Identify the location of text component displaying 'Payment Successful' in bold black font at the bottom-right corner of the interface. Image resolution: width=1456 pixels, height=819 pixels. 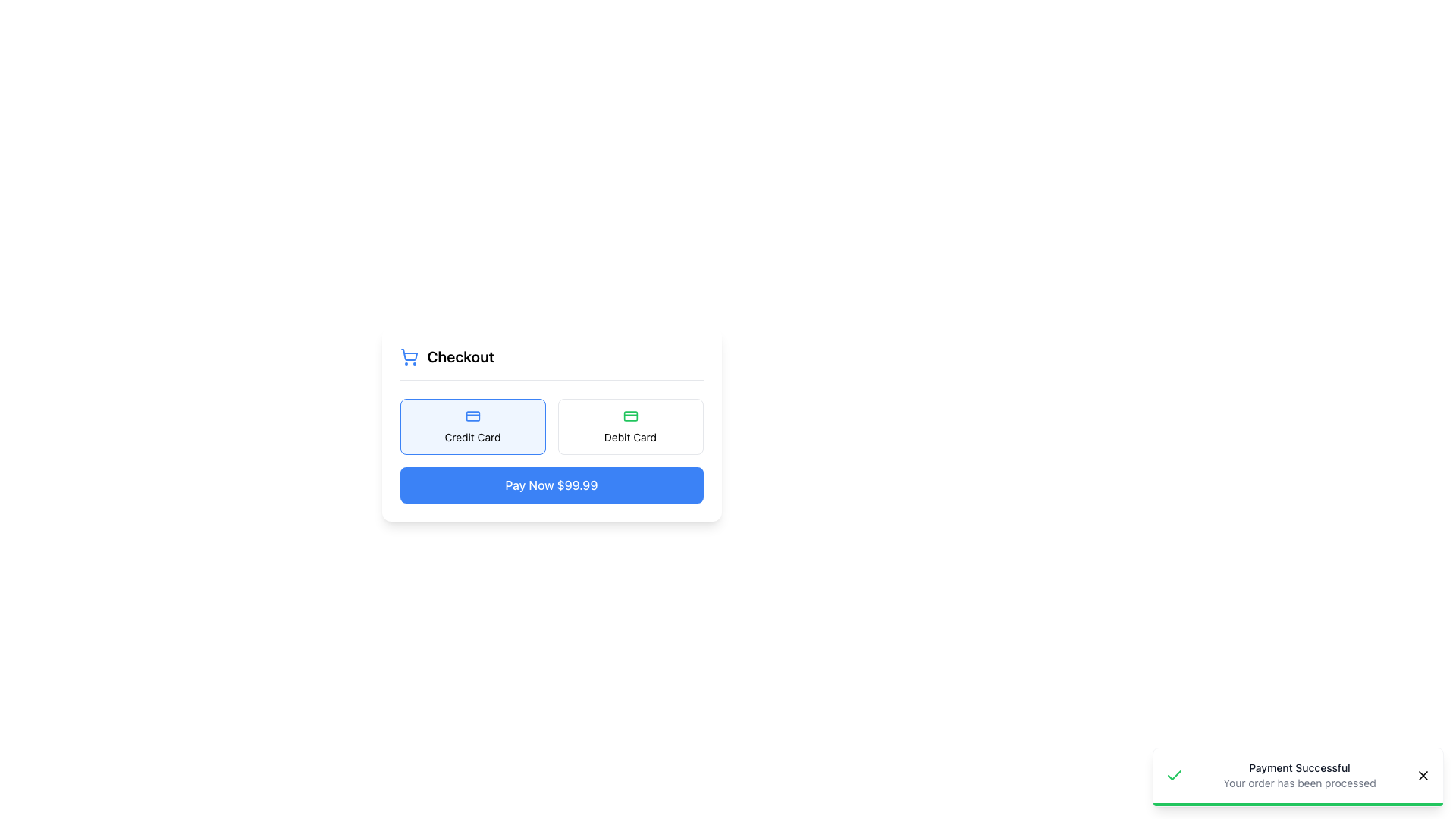
(1298, 768).